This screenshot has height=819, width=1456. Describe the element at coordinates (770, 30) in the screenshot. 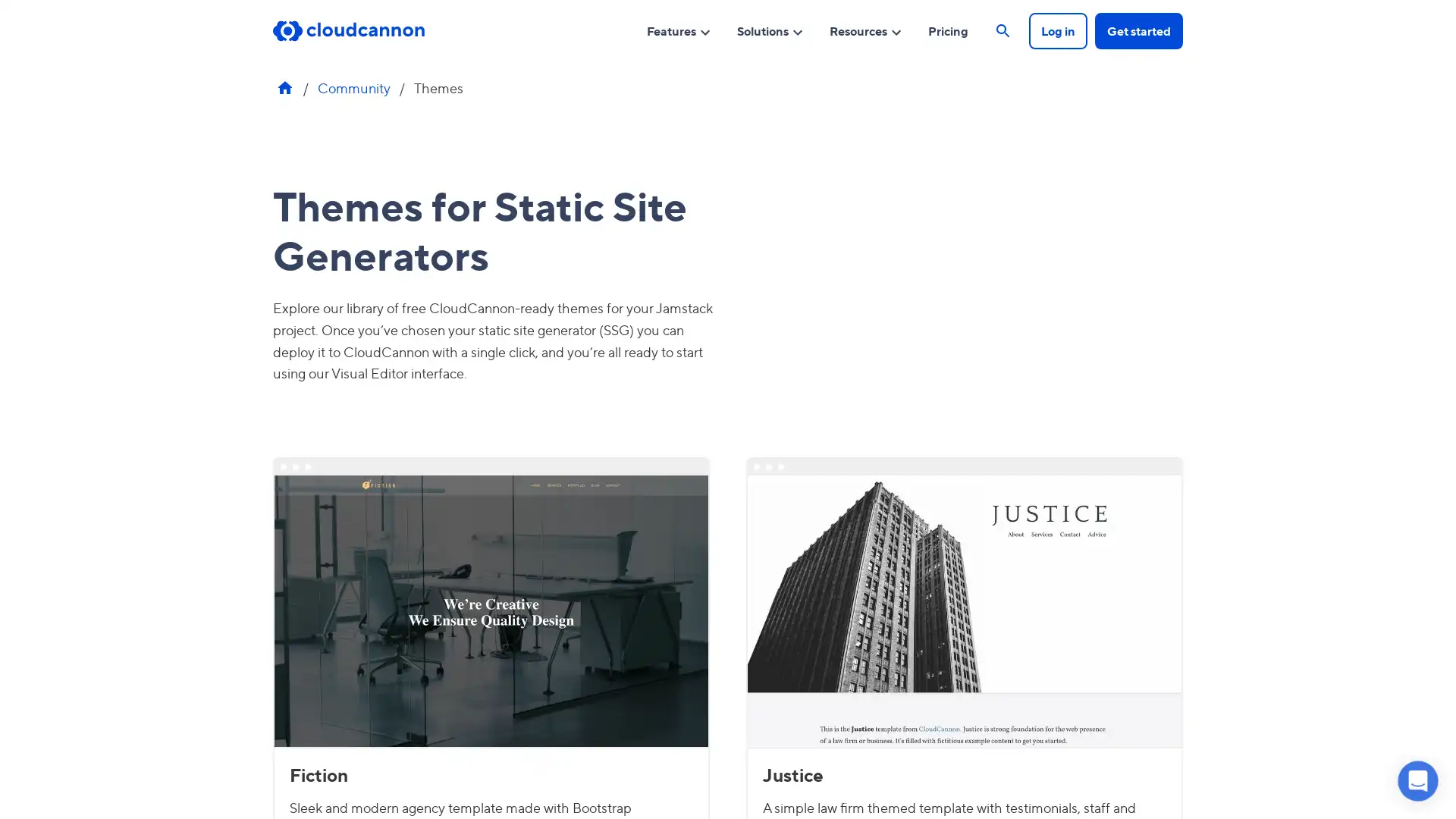

I see `Solutions` at that location.